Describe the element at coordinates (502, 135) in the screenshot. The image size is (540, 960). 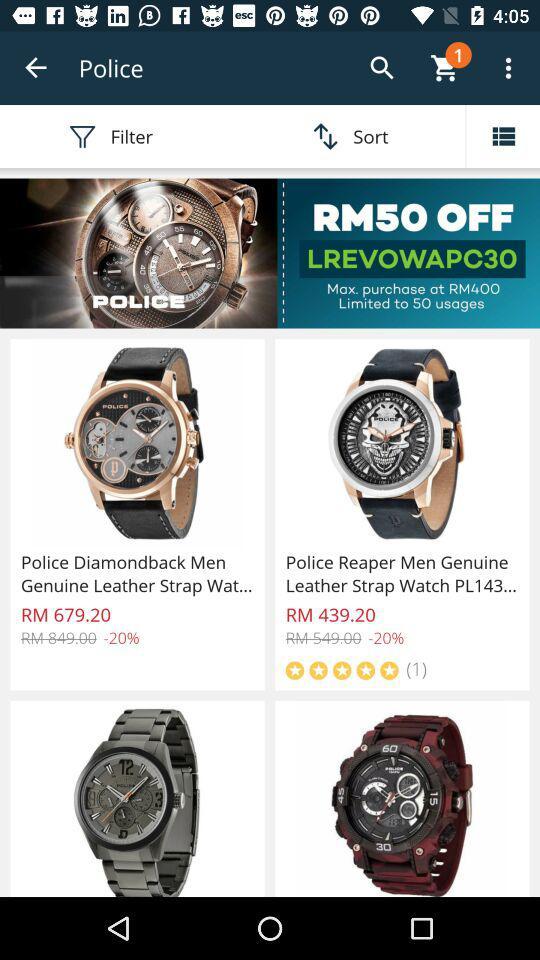
I see `show options in list` at that location.